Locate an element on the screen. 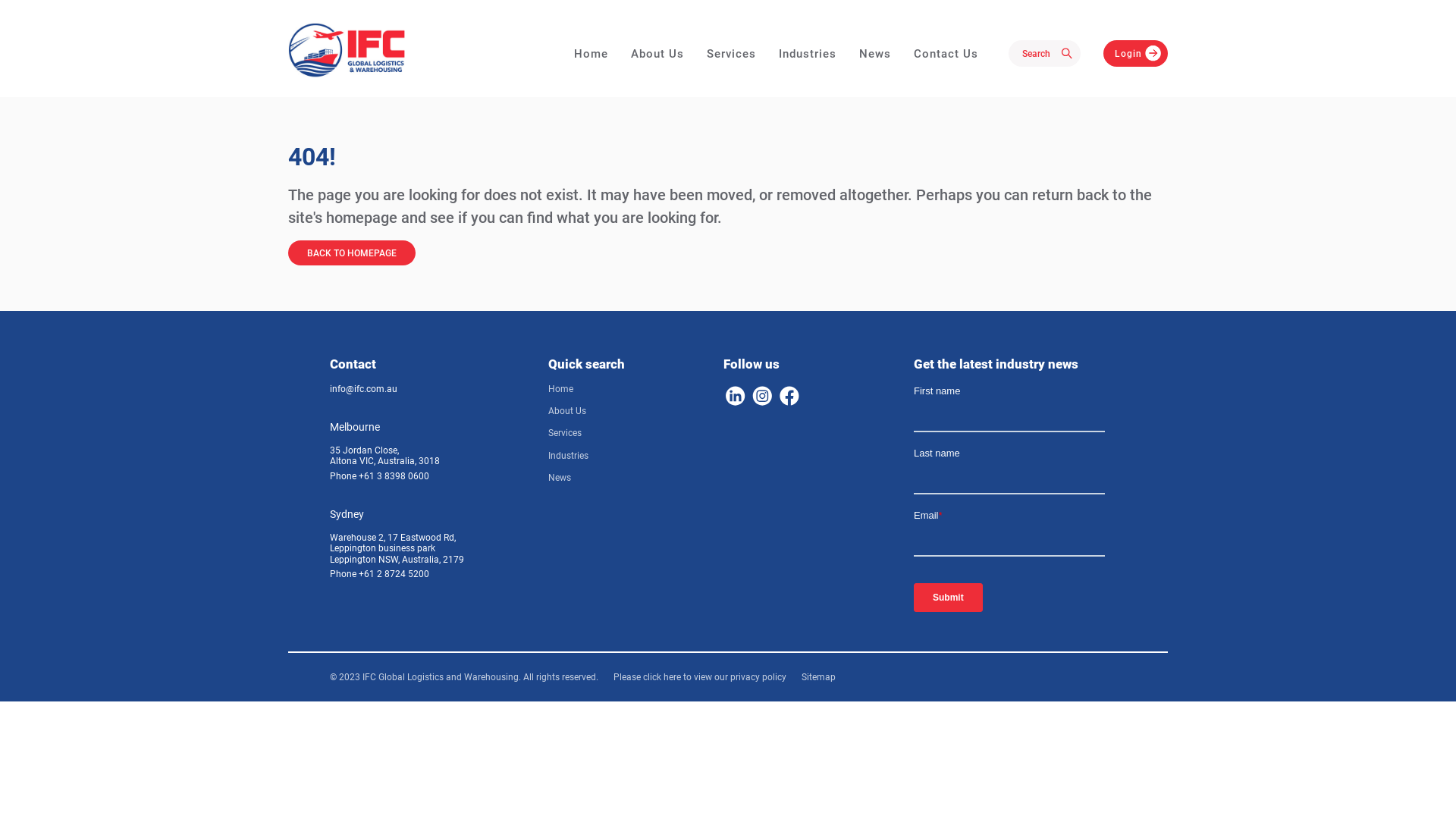  'IFC - Global Logistics & Warehousing' is located at coordinates (346, 49).